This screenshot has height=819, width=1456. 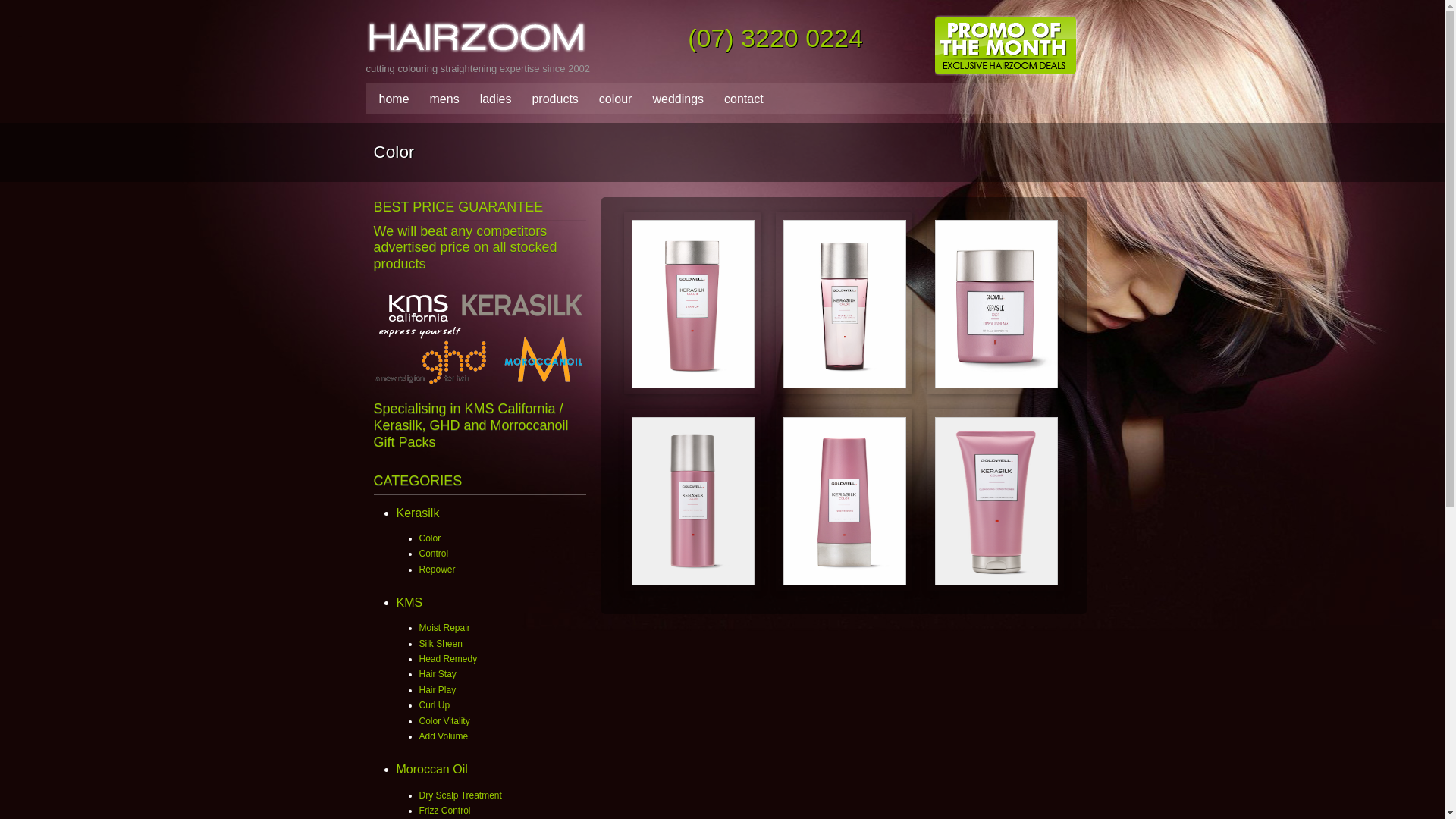 What do you see at coordinates (436, 673) in the screenshot?
I see `'Hair Stay'` at bounding box center [436, 673].